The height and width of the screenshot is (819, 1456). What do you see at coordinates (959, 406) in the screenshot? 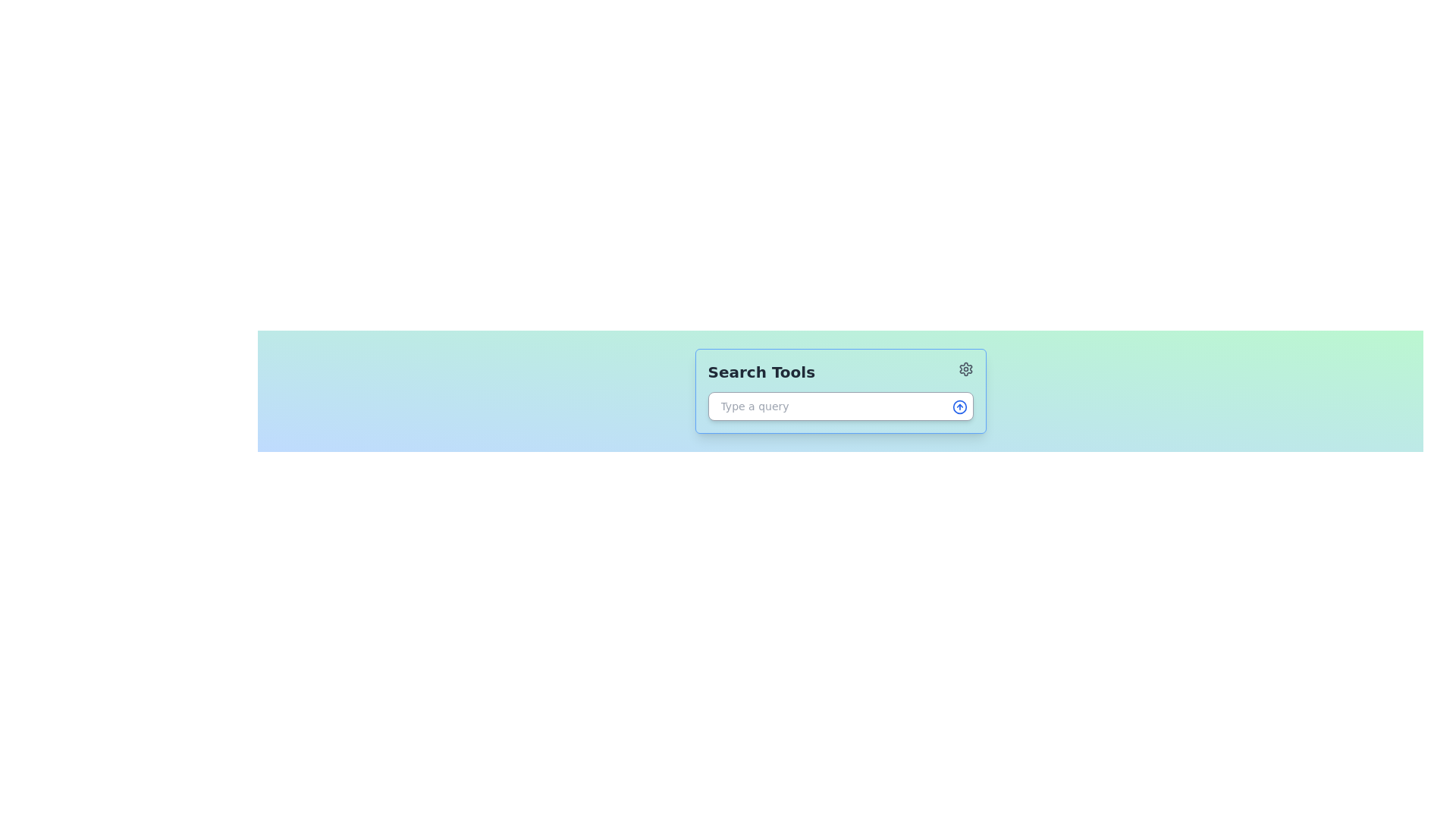
I see `the upward arrow icon button located at the top-right corner of the search bar` at bounding box center [959, 406].